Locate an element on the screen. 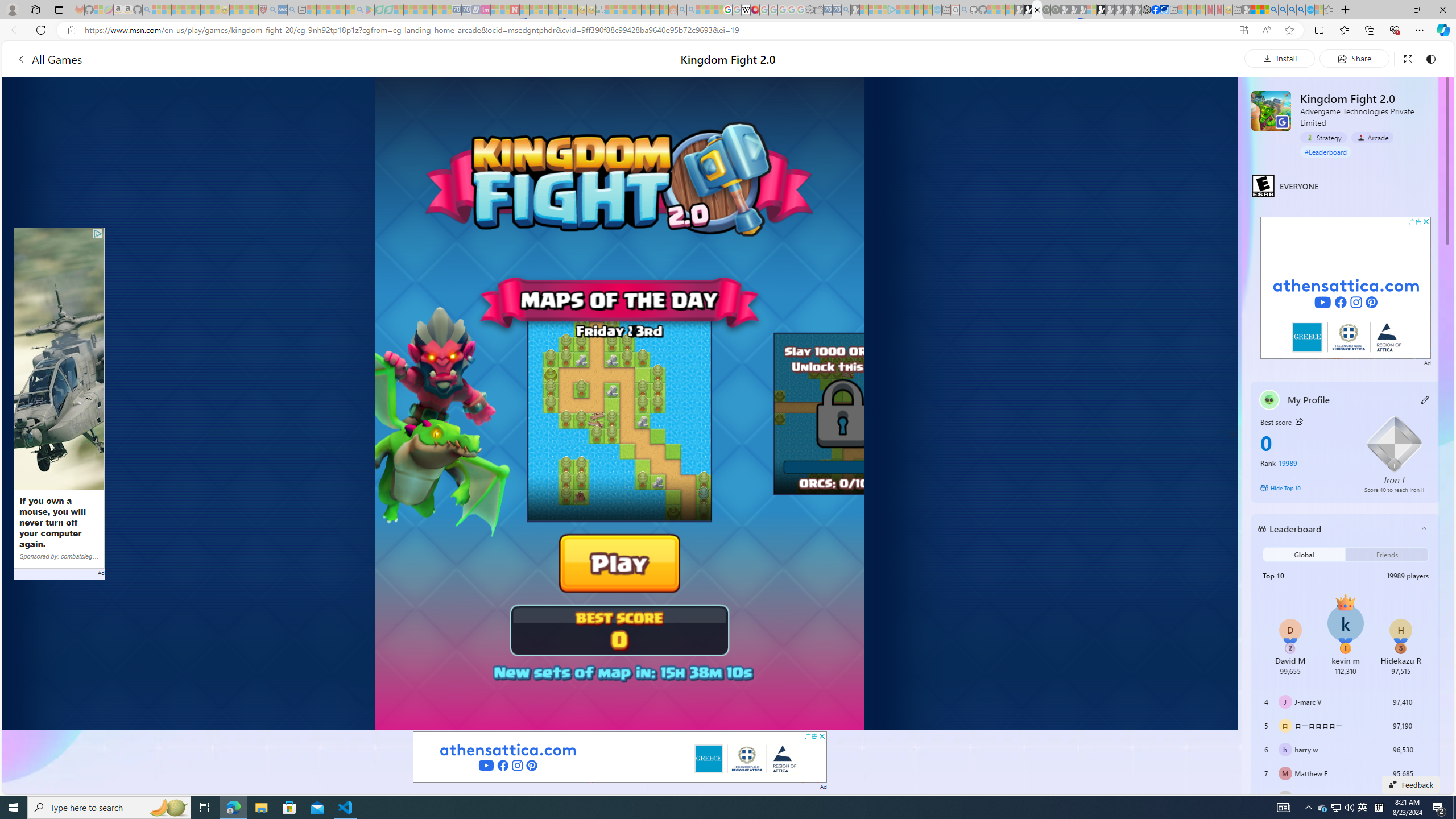 The height and width of the screenshot is (819, 1456). 'Kinda Frugal - MSN - Sleeping' is located at coordinates (645, 9).